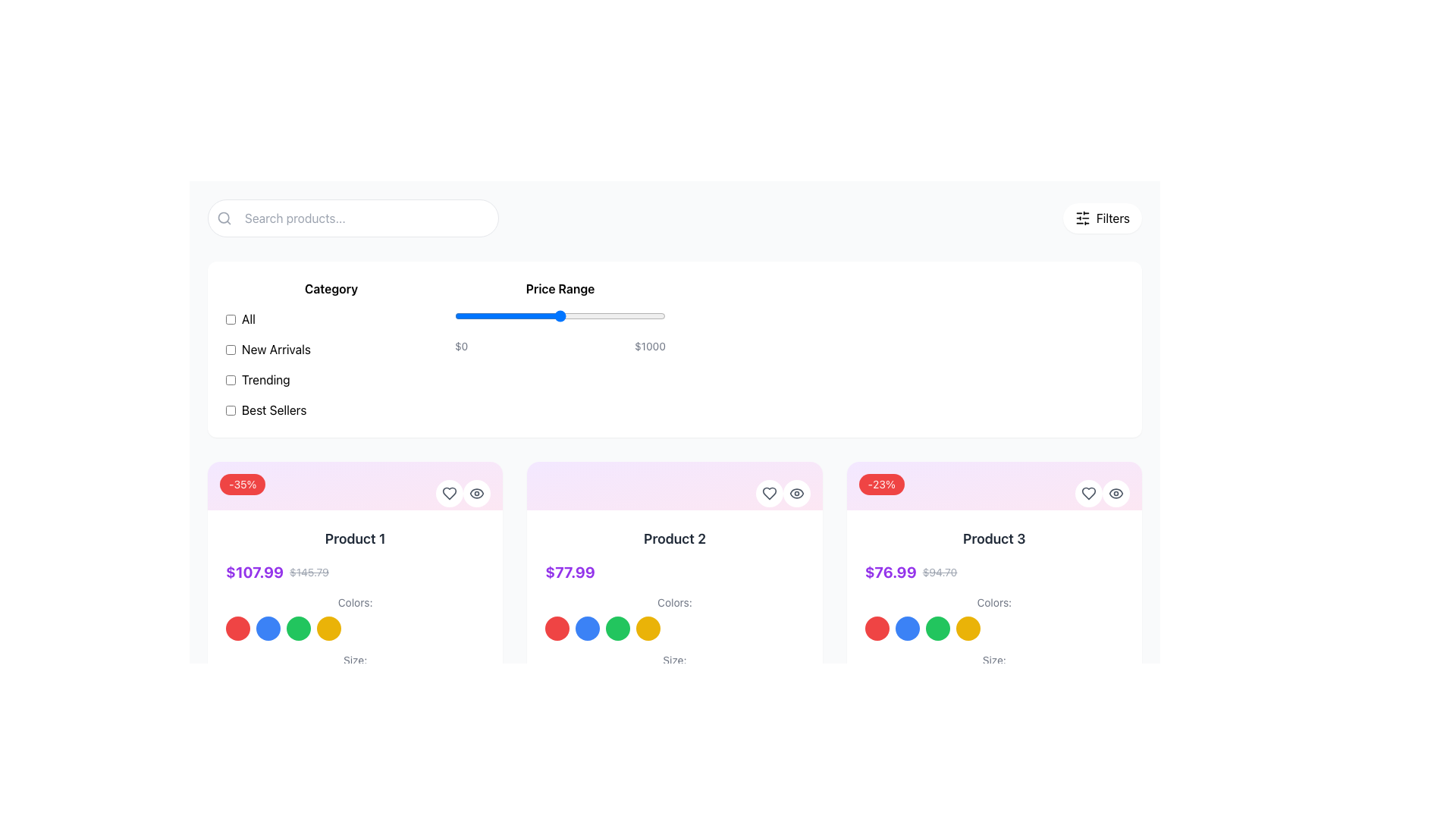  What do you see at coordinates (570, 573) in the screenshot?
I see `price value displayed on the primary price text label located in the middle product card (Product 2), directly under the product title` at bounding box center [570, 573].